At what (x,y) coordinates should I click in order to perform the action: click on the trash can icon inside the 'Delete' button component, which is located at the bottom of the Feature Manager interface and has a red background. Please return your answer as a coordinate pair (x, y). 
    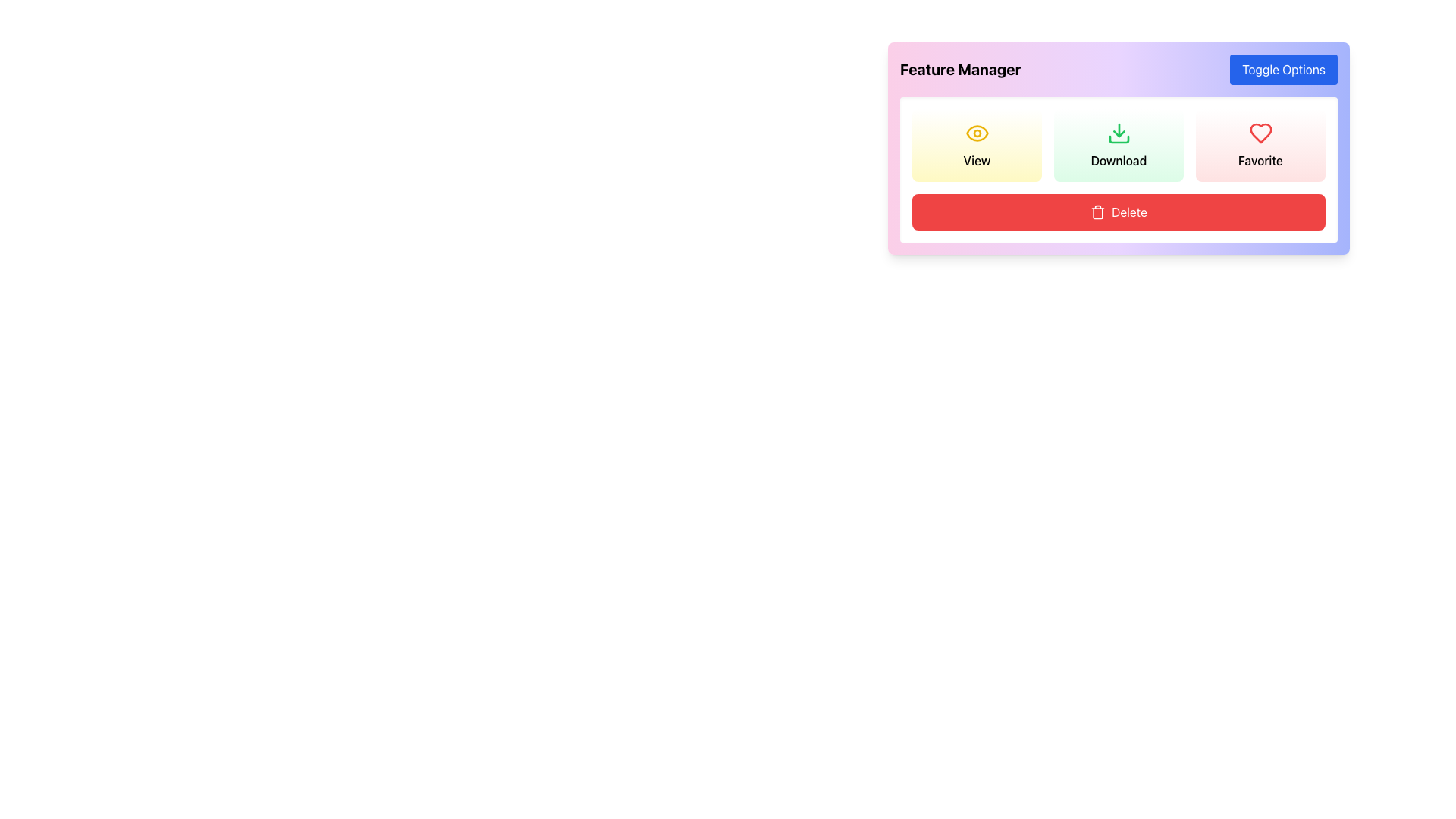
    Looking at the image, I should click on (1098, 213).